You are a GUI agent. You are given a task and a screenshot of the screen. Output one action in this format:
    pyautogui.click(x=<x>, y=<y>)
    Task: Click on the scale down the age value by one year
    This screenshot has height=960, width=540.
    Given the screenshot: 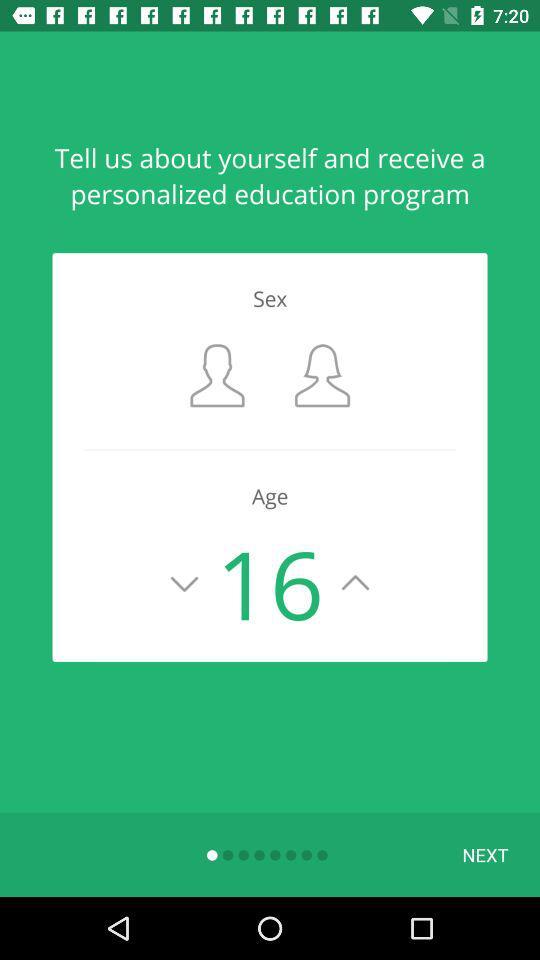 What is the action you would take?
    pyautogui.click(x=184, y=583)
    